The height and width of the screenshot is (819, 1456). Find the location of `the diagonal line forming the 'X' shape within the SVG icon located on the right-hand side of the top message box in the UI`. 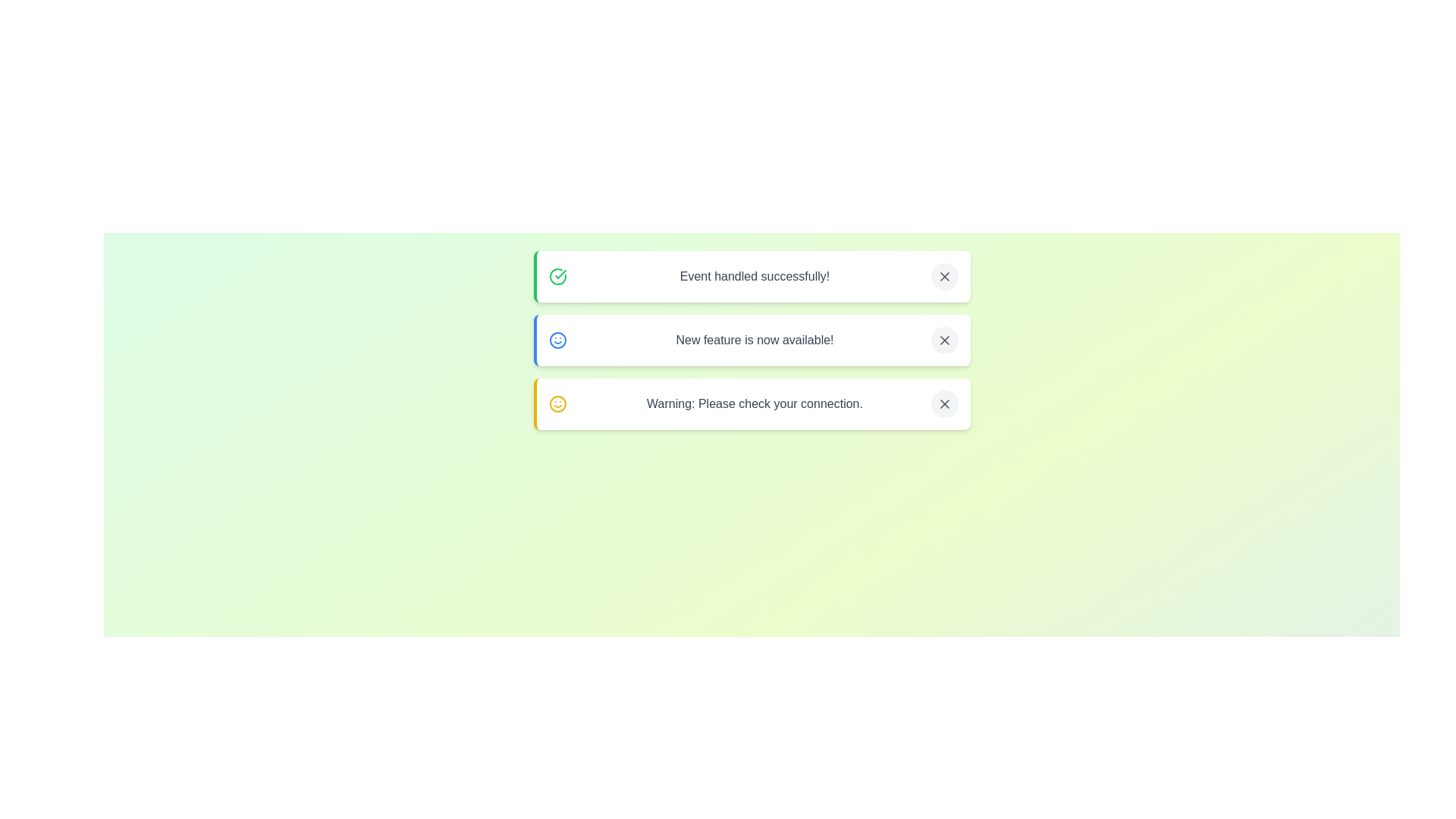

the diagonal line forming the 'X' shape within the SVG icon located on the right-hand side of the top message box in the UI is located at coordinates (943, 277).